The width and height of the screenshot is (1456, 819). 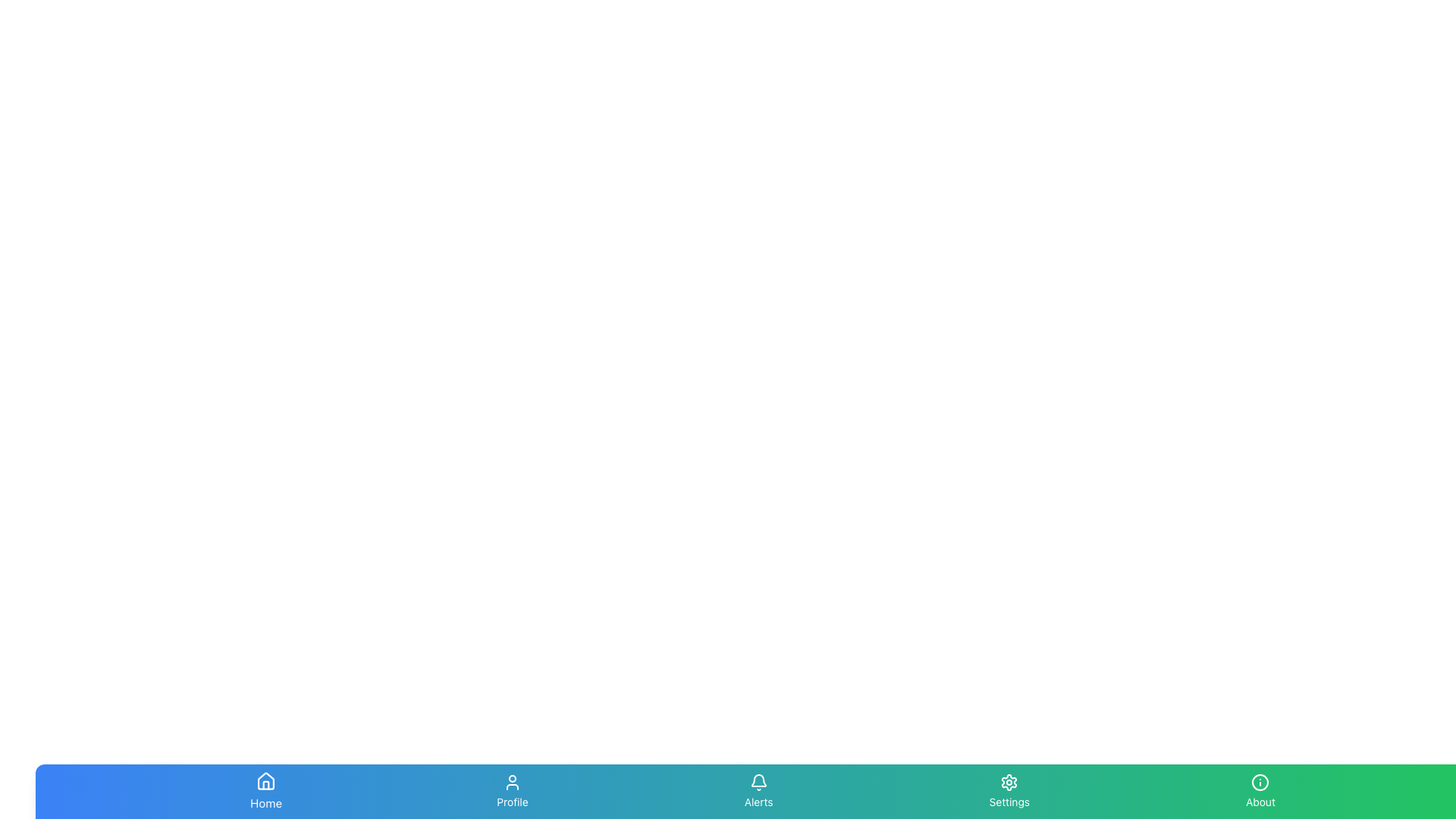 I want to click on the stylized house icon, which is part of the 'Home' button in the bottom navigation bar, so click(x=266, y=781).